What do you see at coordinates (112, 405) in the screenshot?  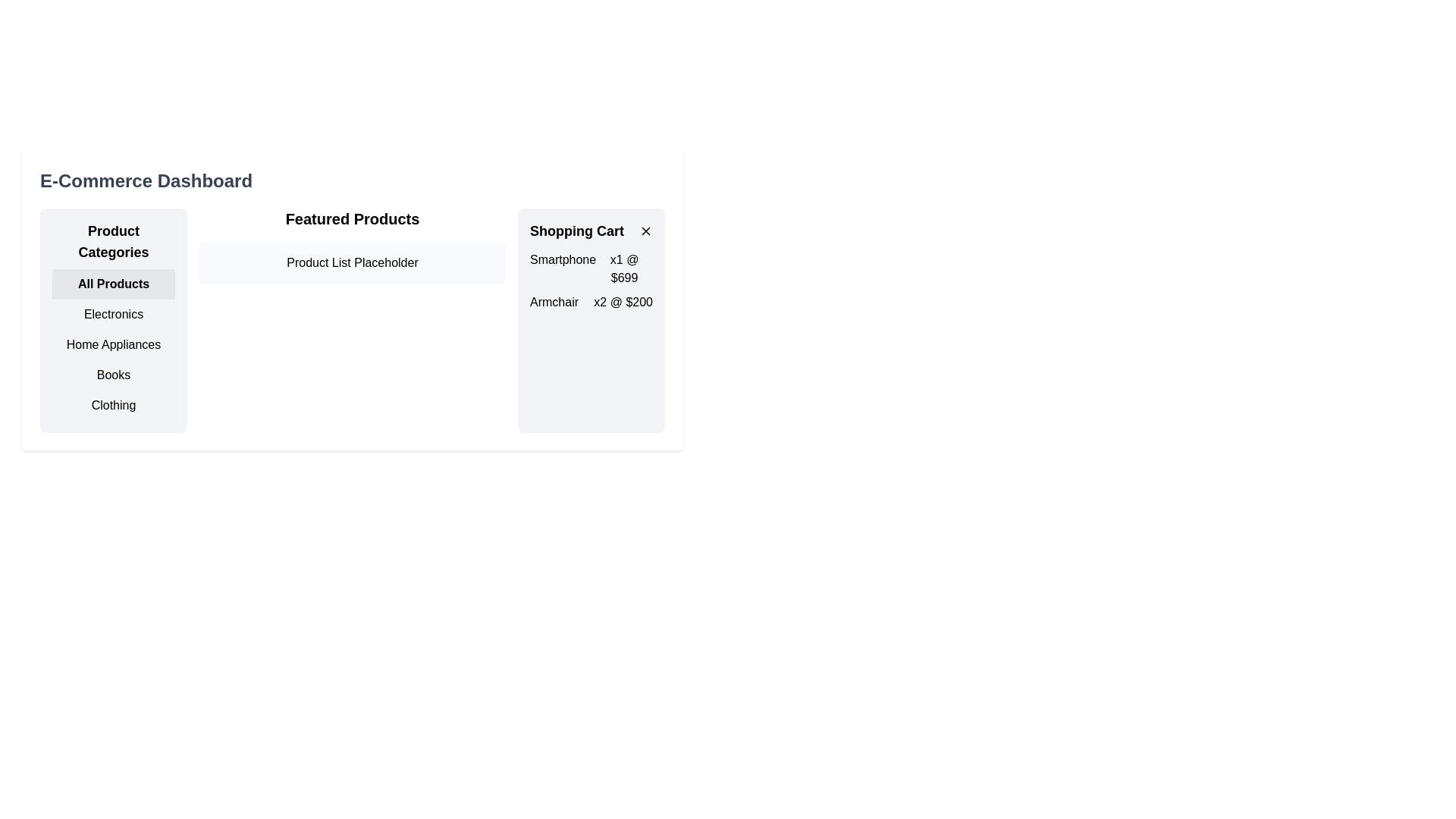 I see `the Category list item displaying 'Clothing', which is the last item in the vertical list under 'Product Categories'` at bounding box center [112, 405].